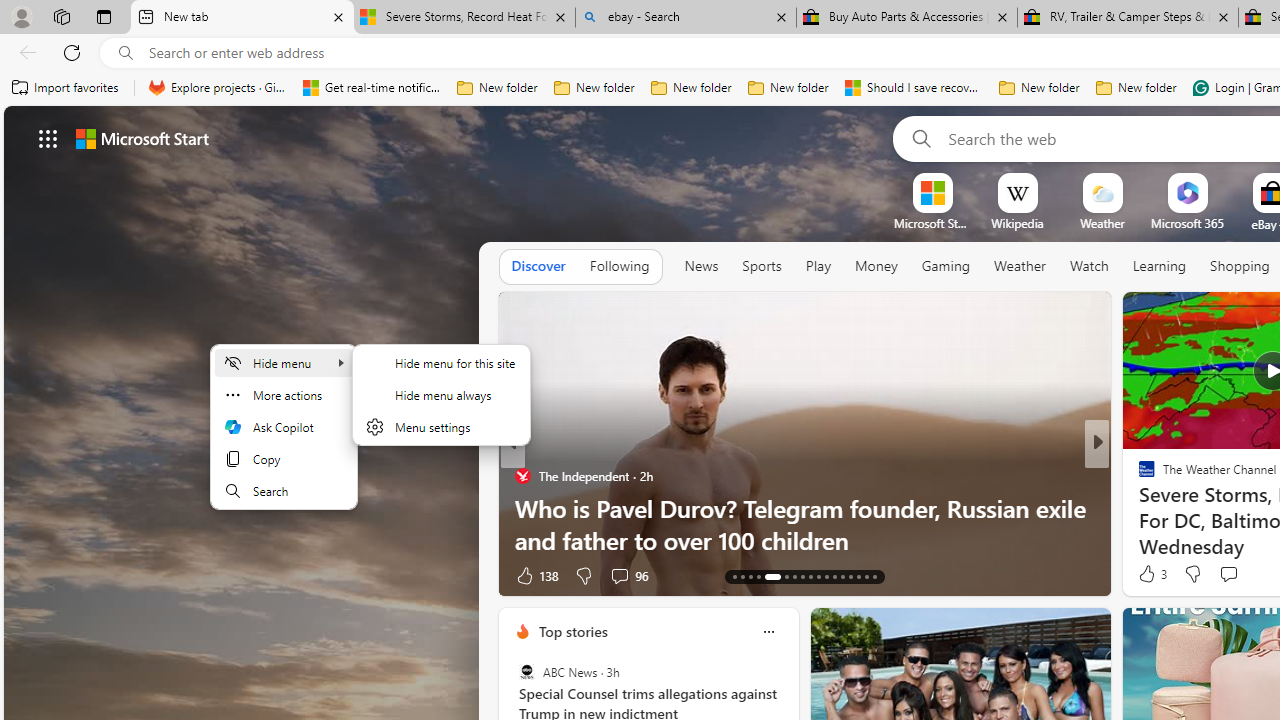 Image resolution: width=1280 pixels, height=720 pixels. I want to click on 'Microsoft 365', so click(1187, 223).